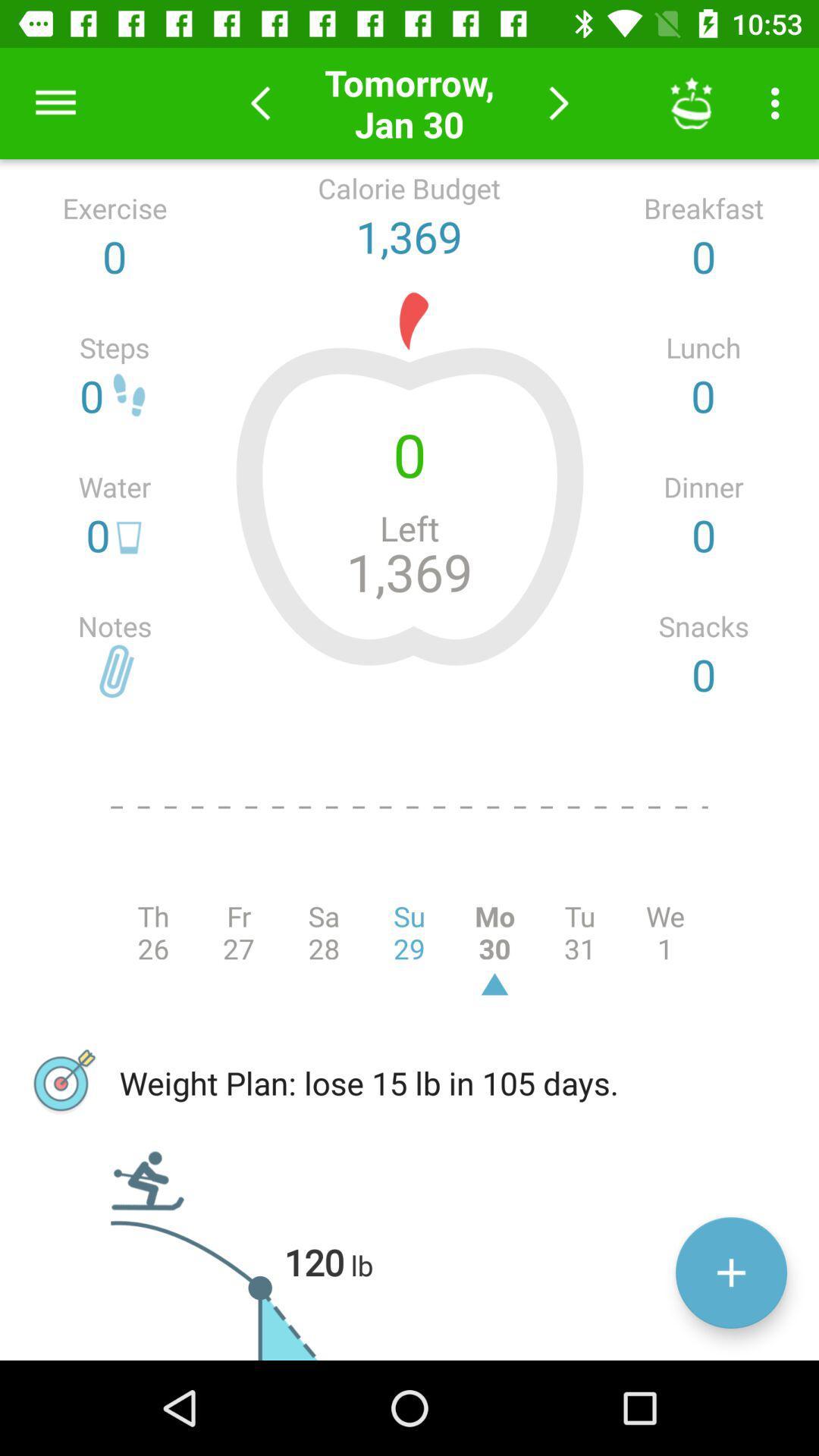 This screenshot has width=819, height=1456. I want to click on calories to the budget, so click(730, 1272).